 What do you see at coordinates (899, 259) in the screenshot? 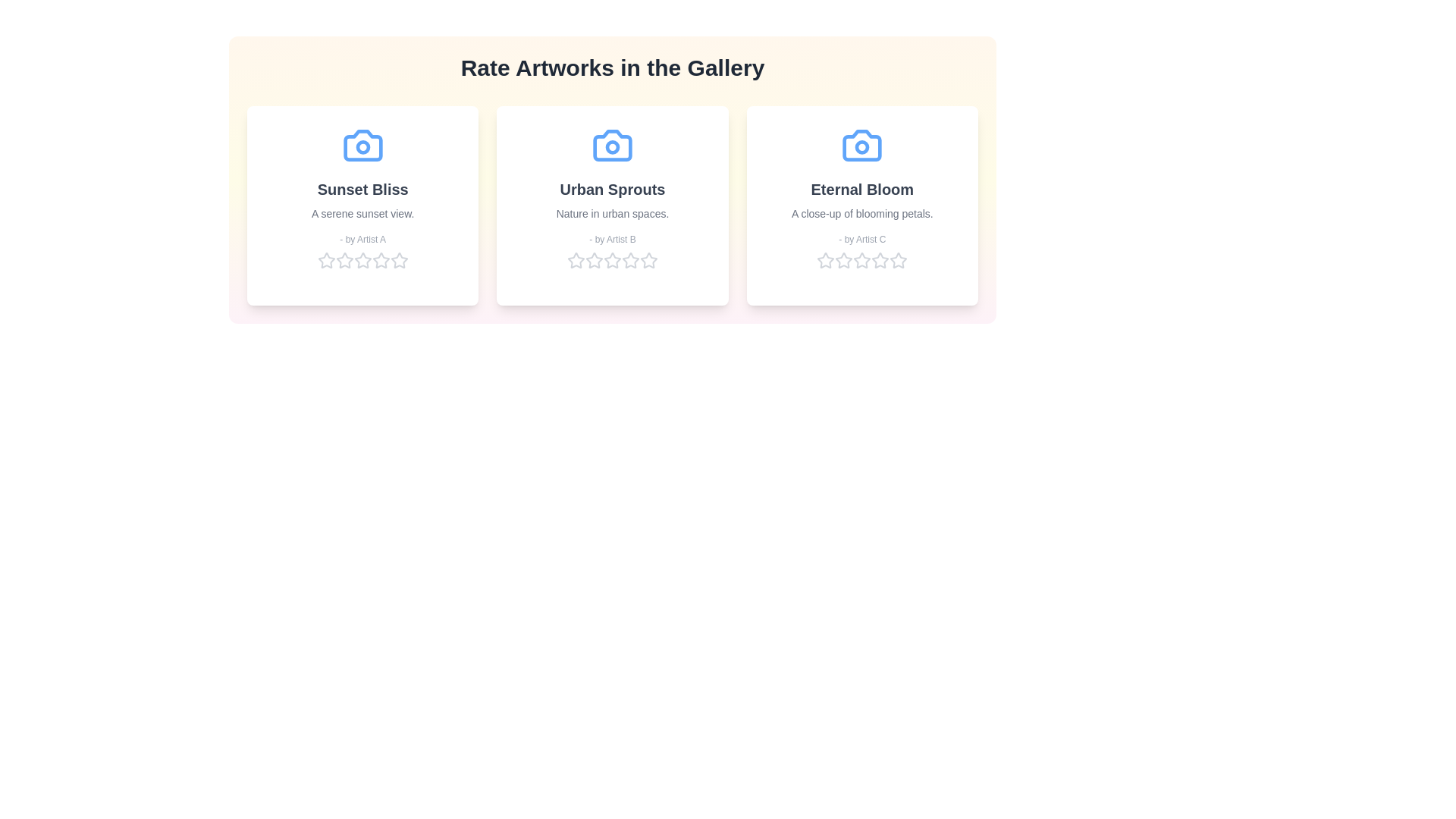
I see `the star corresponding to 5 for the artwork 'Eternal Bloom' to set its rating` at bounding box center [899, 259].